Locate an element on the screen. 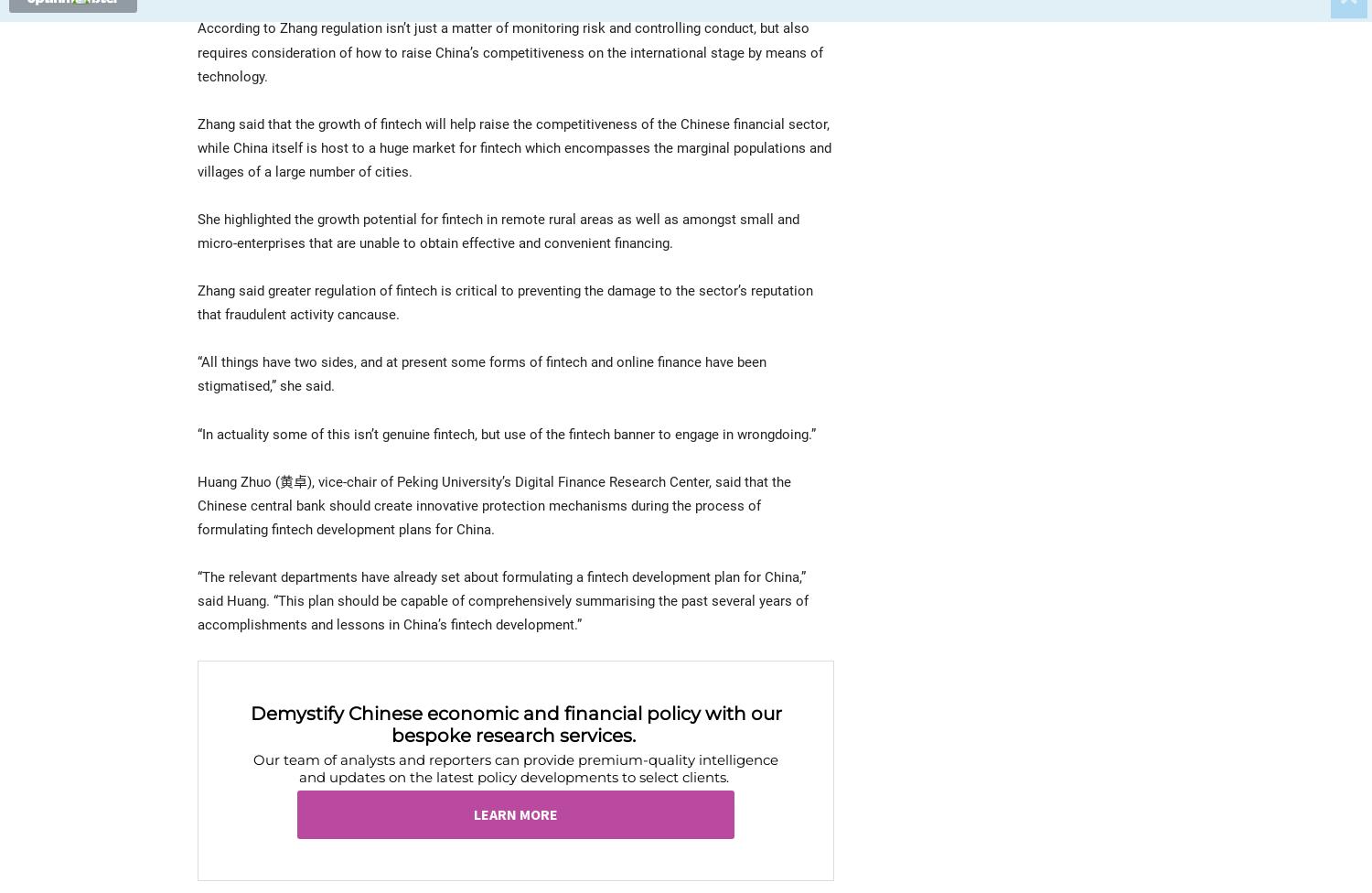 This screenshot has height=893, width=1372. '“The relevant departments have already set about formulating a fintech development plan for China,” said Huang. “This plan should be capable of comprehensively summarising the past several years of accomplishments and lessons in China’s fintech development.”' is located at coordinates (503, 599).